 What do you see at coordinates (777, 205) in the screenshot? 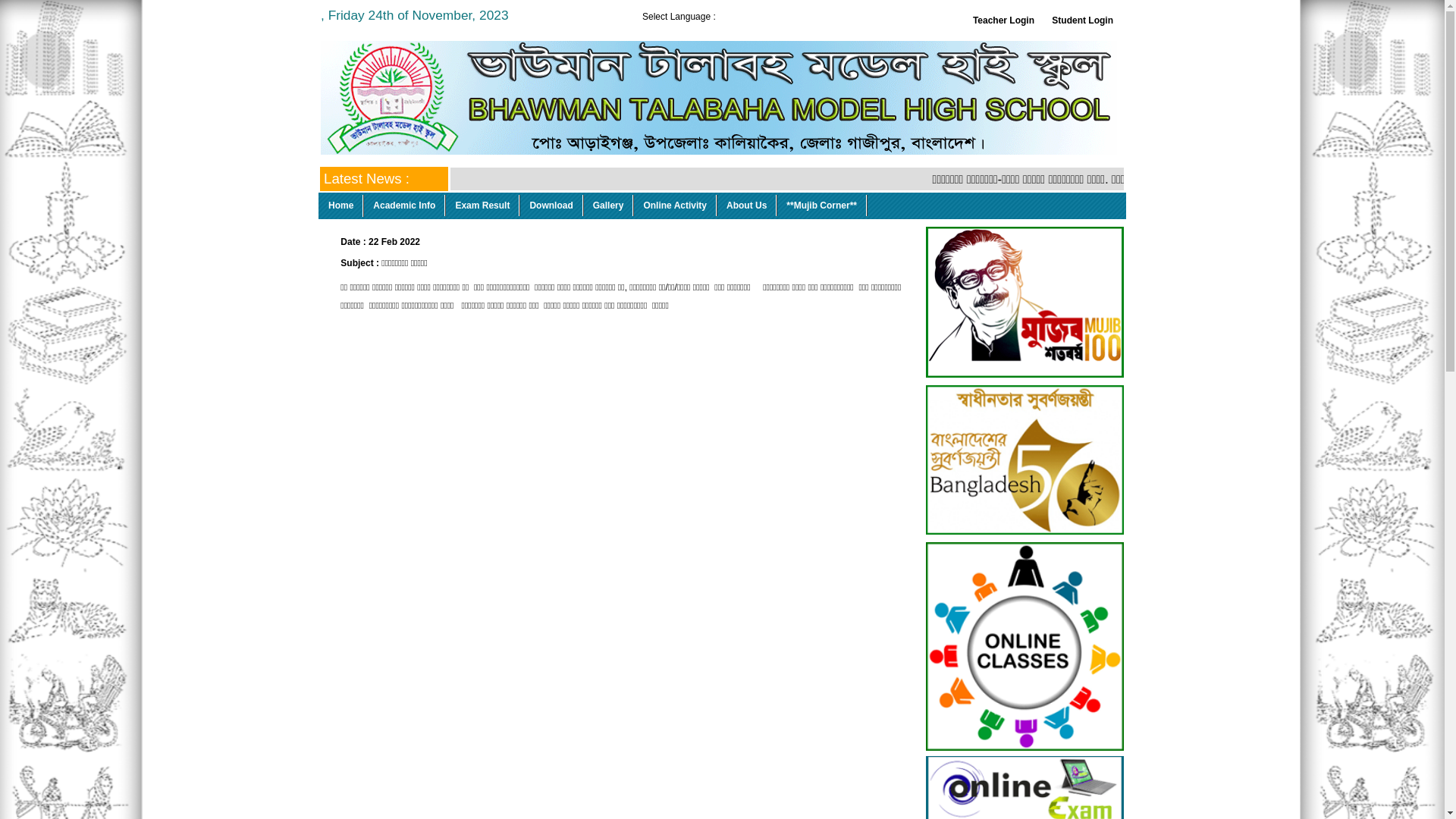
I see `'**Mujib Corner**'` at bounding box center [777, 205].